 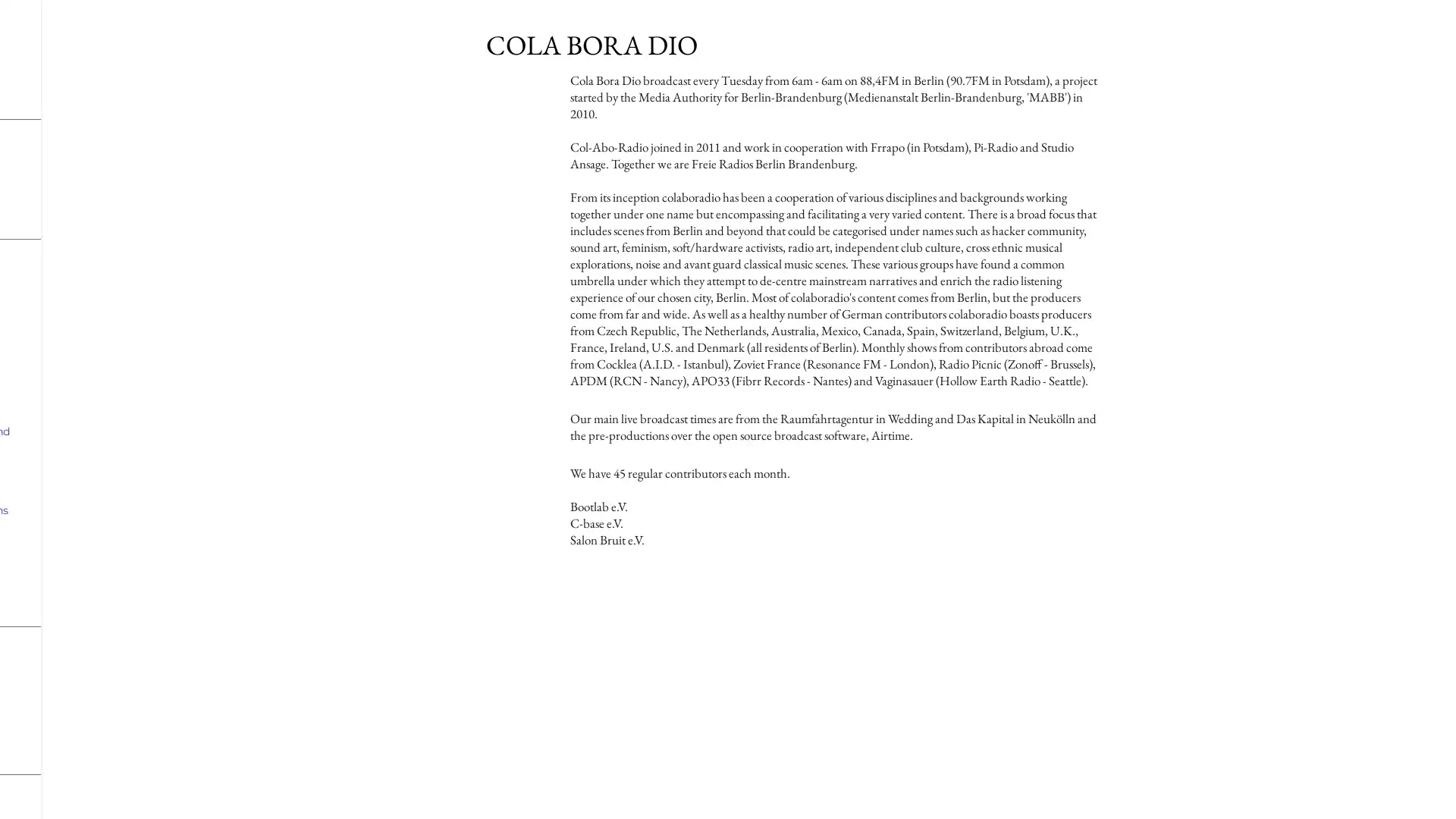 What do you see at coordinates (150, 64) in the screenshot?
I see `show more media controls` at bounding box center [150, 64].